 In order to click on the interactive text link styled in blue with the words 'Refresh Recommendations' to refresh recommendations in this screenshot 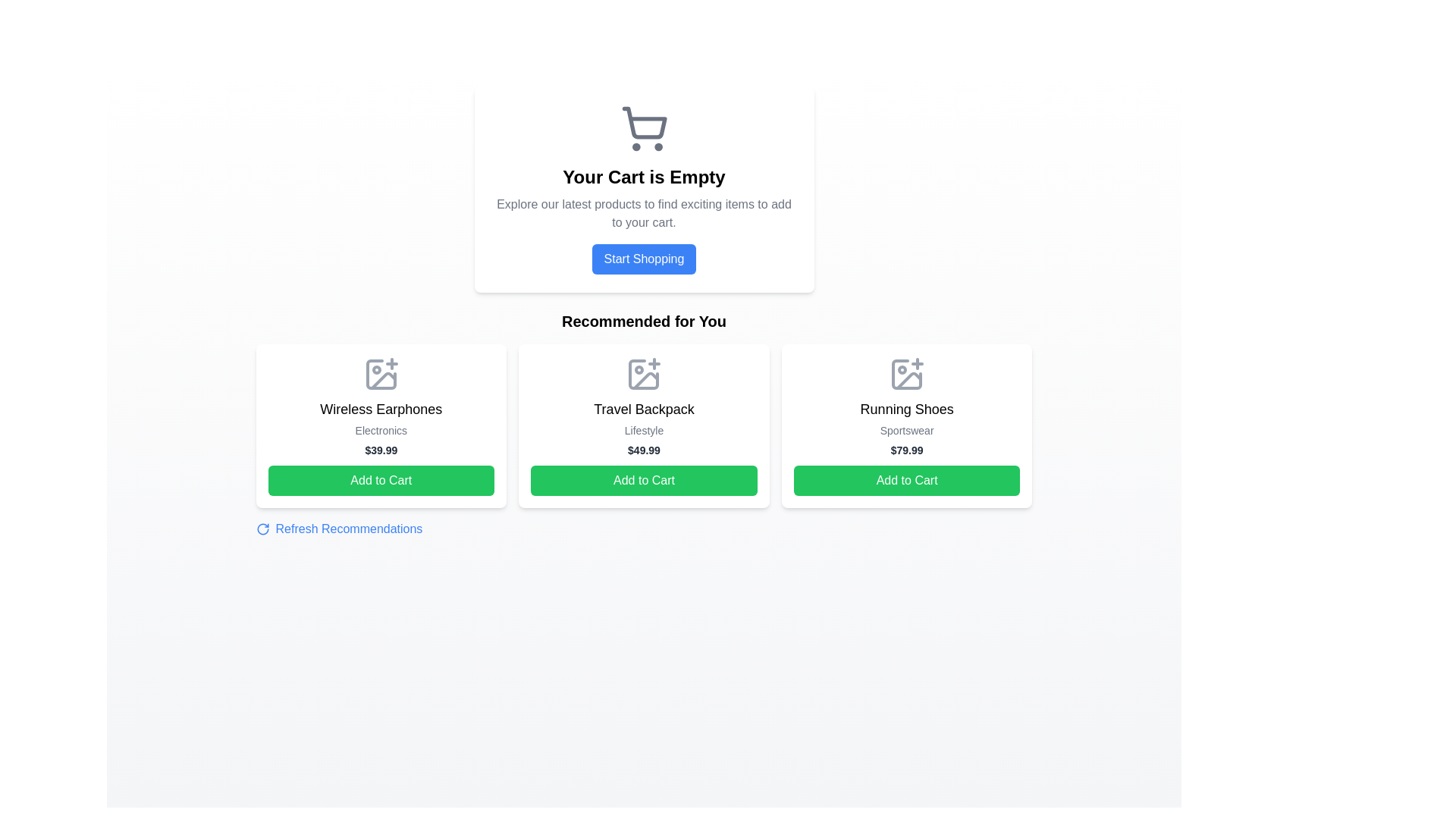, I will do `click(338, 529)`.